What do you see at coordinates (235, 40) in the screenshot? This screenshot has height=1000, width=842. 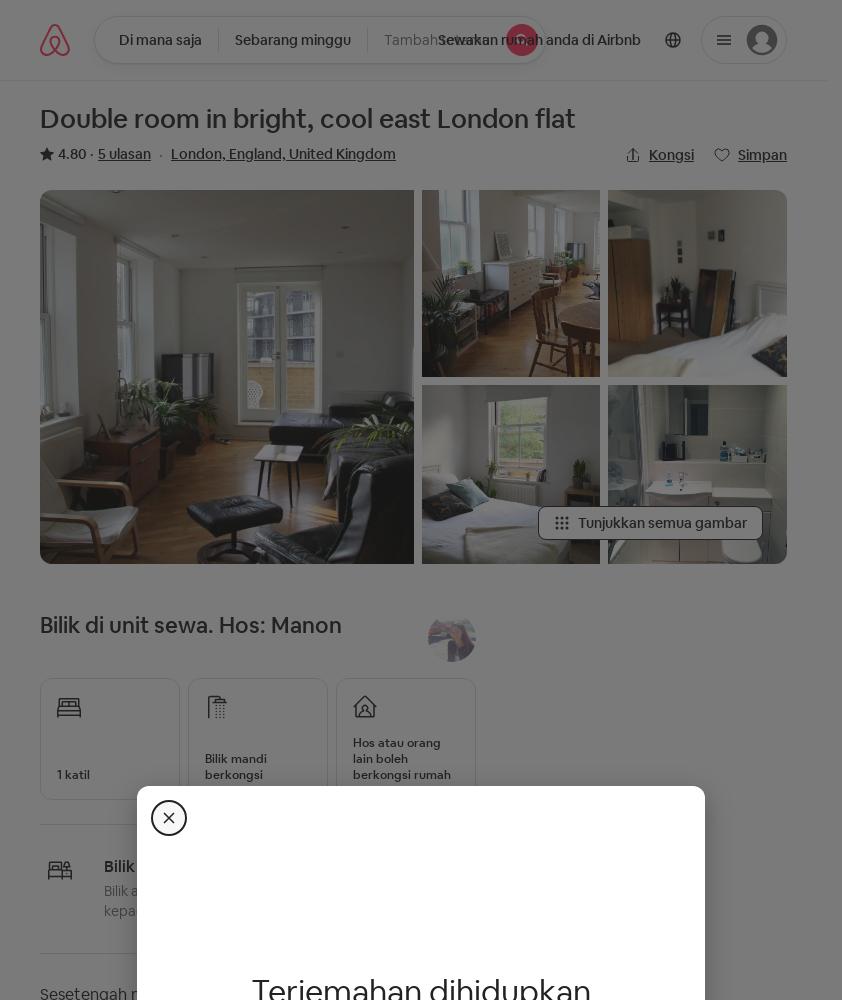 I see `'Sebarang minggu'` at bounding box center [235, 40].